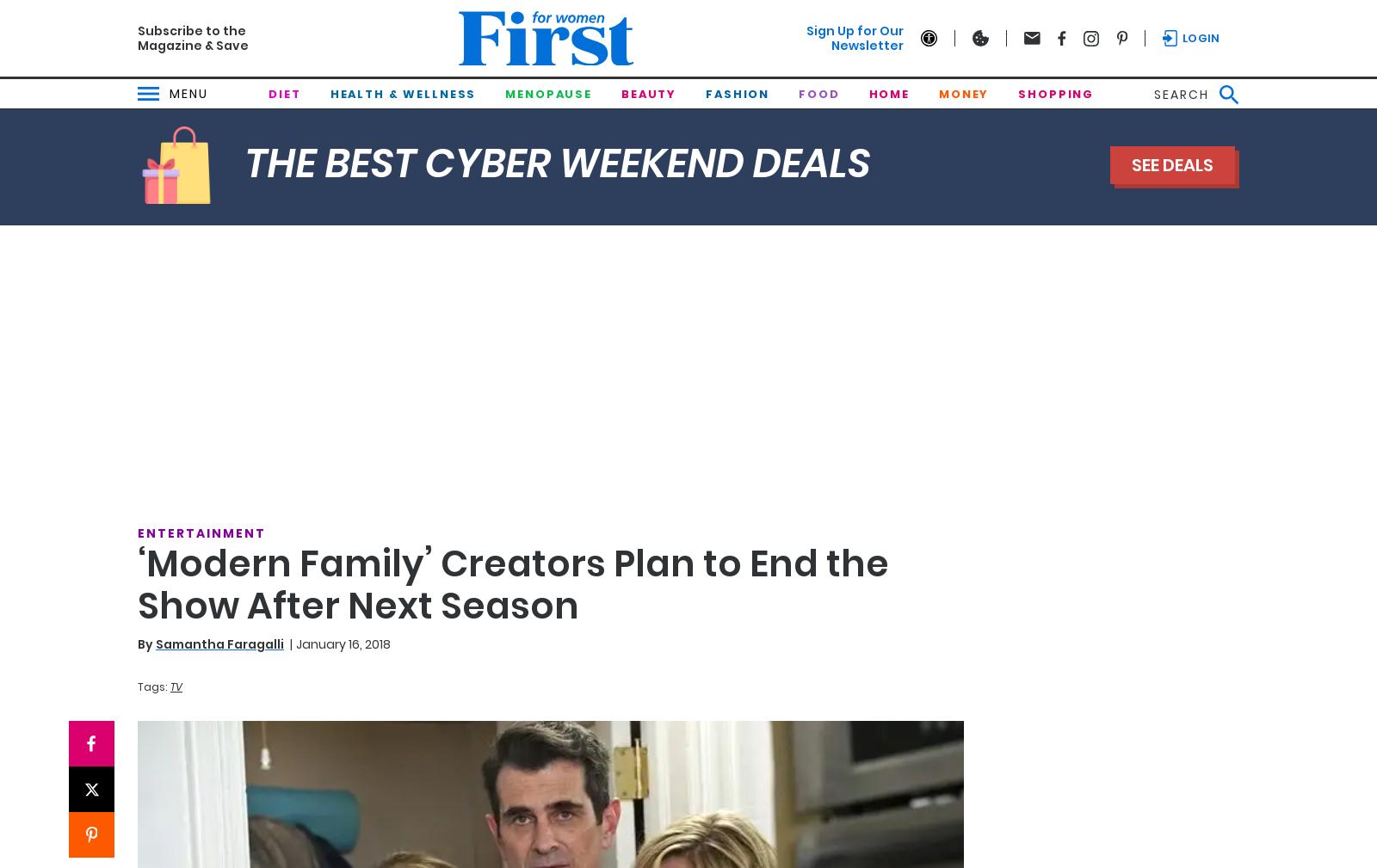 The height and width of the screenshot is (868, 1377). What do you see at coordinates (723, 489) in the screenshot?
I see `'OK'` at bounding box center [723, 489].